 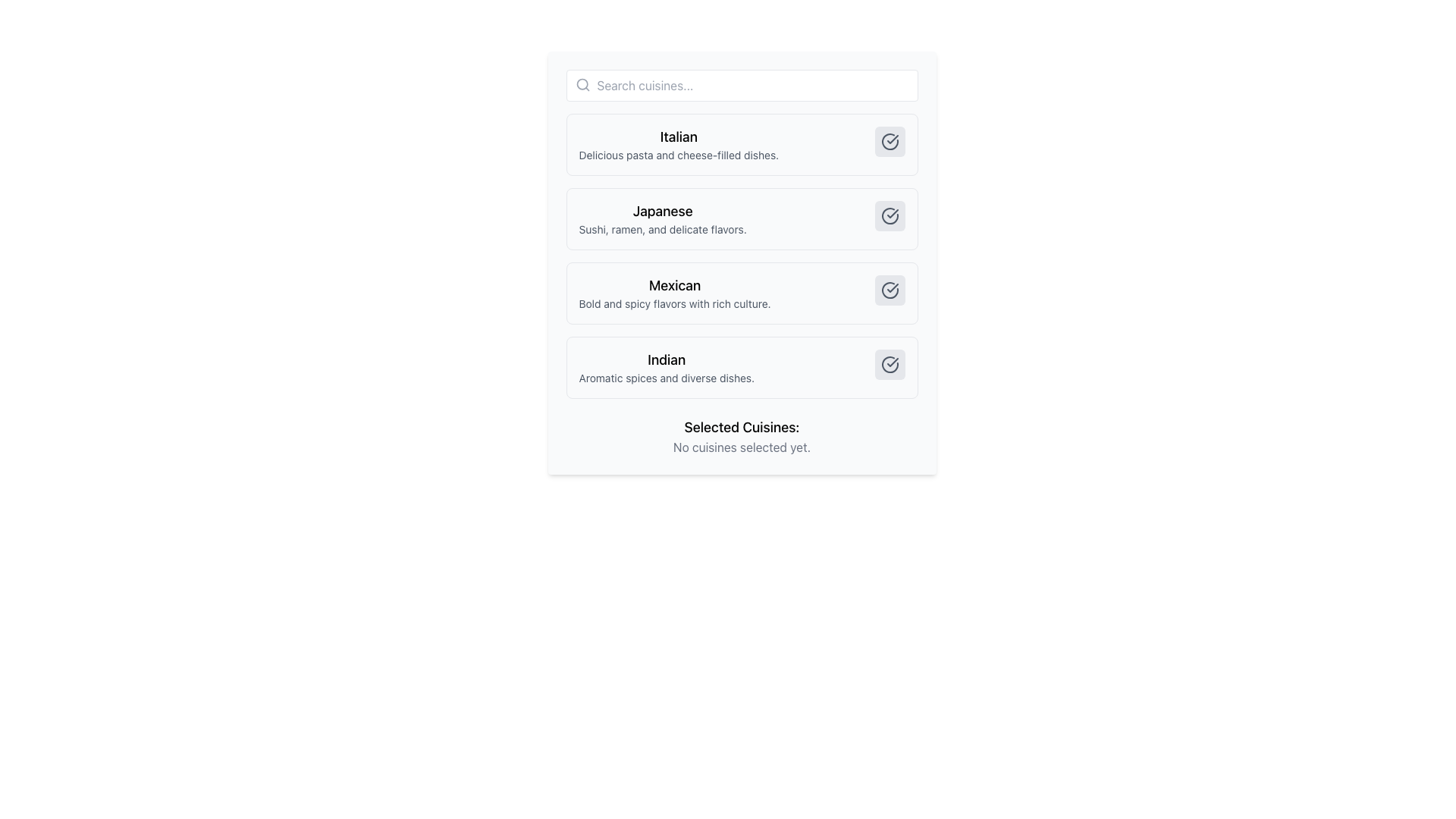 I want to click on the icon located in the top-right corner of the 'Italian' option, which serves as an indicator to mark it as selected, so click(x=890, y=141).